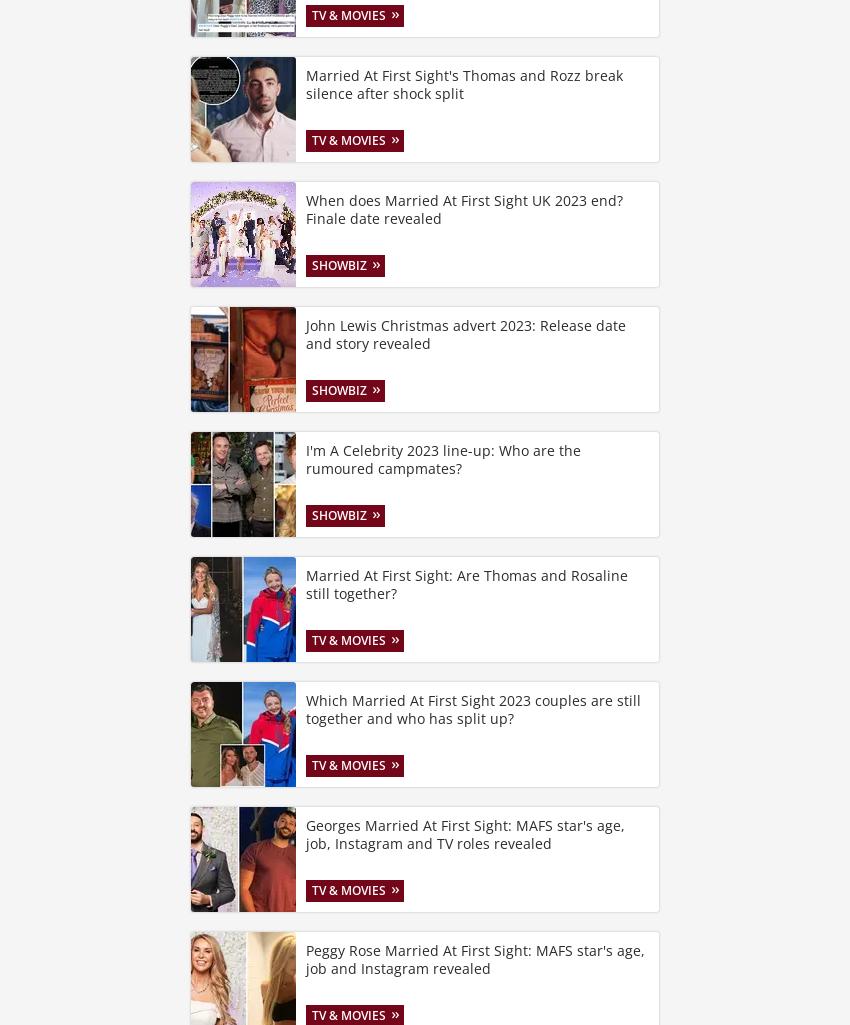 Image resolution: width=850 pixels, height=1025 pixels. What do you see at coordinates (463, 209) in the screenshot?
I see `'When does Married At First Sight UK 2023 end? Finale date revealed'` at bounding box center [463, 209].